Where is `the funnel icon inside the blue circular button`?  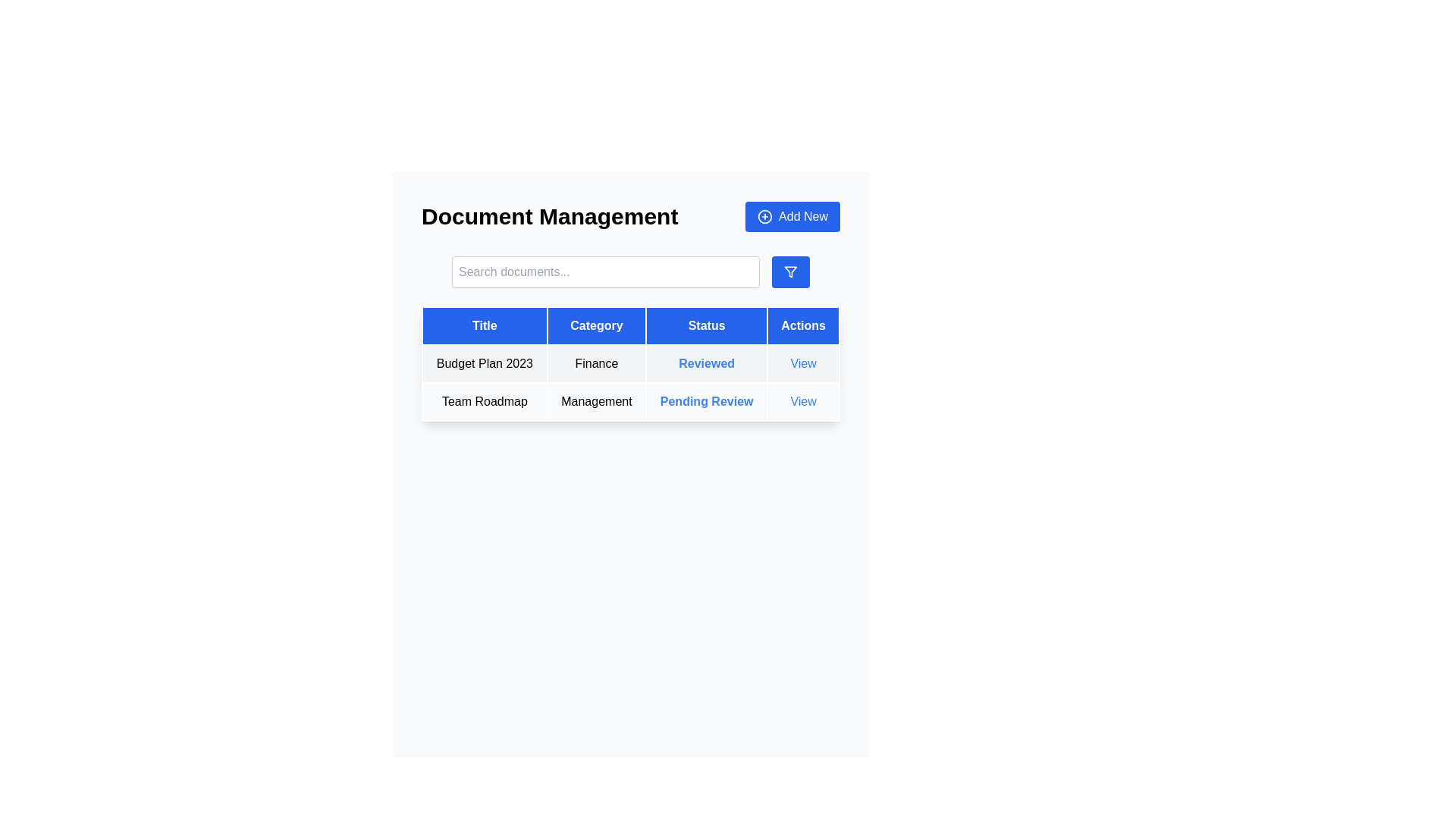
the funnel icon inside the blue circular button is located at coordinates (789, 271).